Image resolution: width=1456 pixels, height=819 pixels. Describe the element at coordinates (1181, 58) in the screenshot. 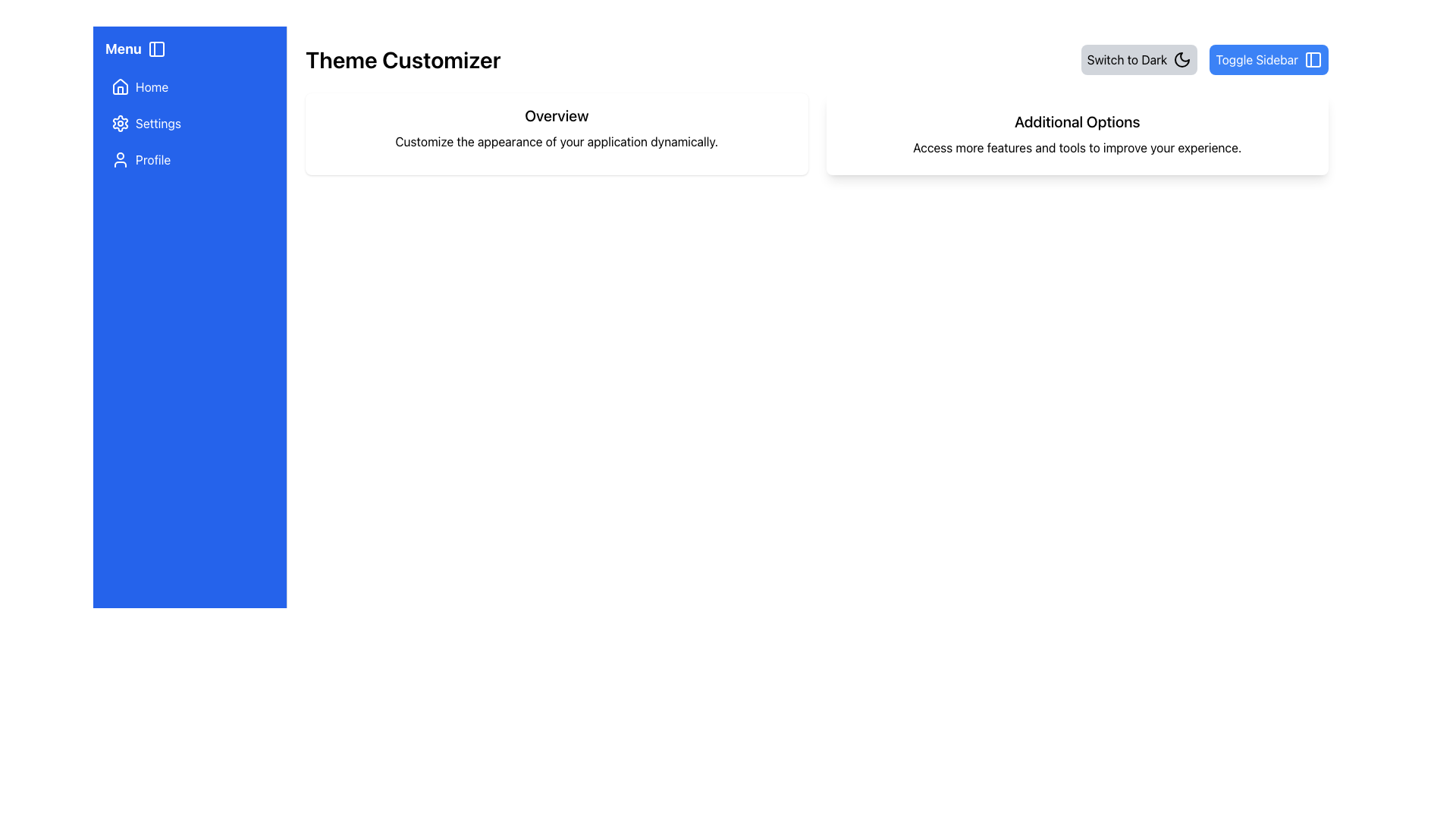

I see `the dark mode toggle icon located to the right of the 'Switch to Dark' label in the top-right section of the interface` at that location.